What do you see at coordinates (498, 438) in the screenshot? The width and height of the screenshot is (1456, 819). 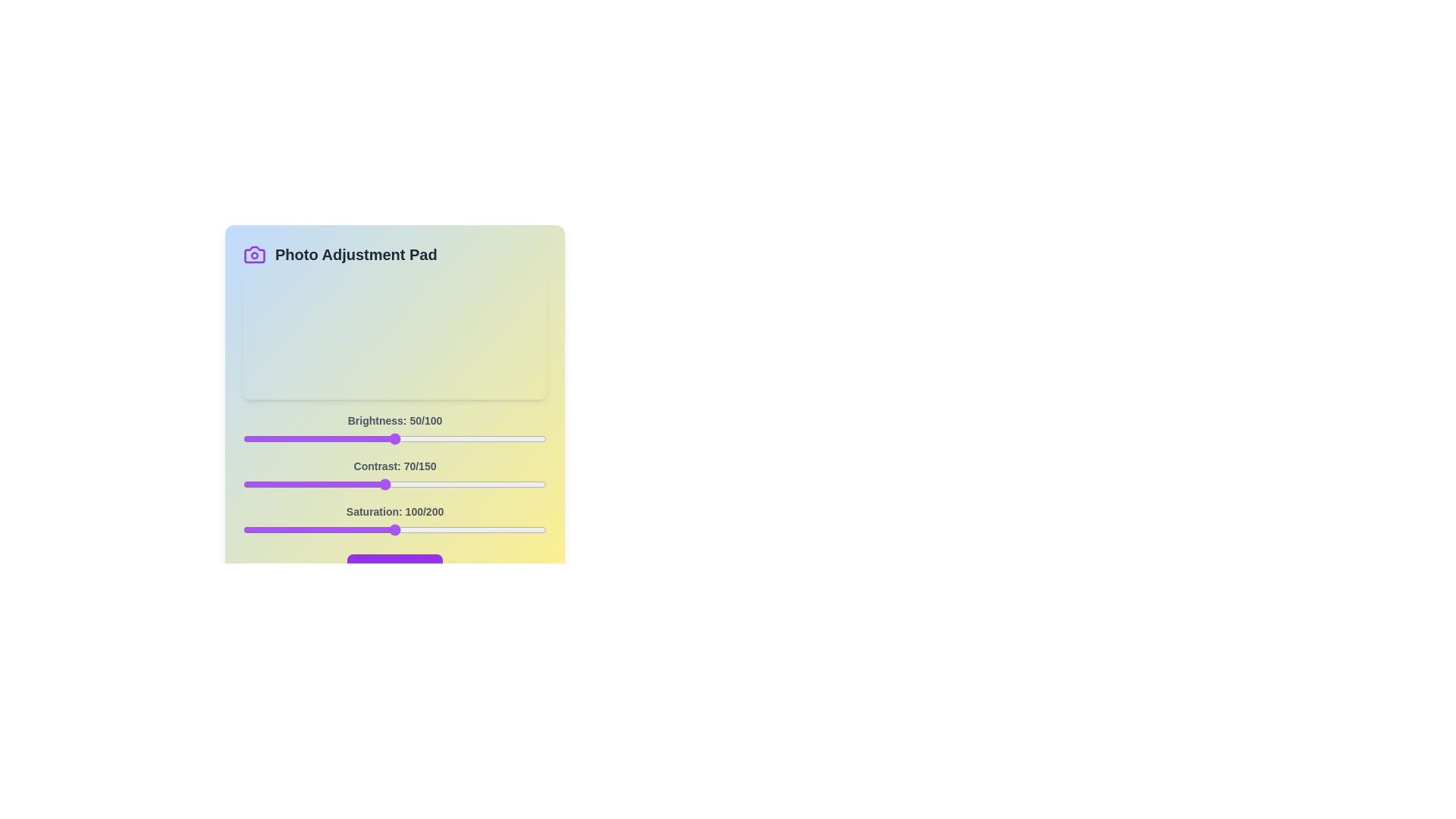 I see `the 0 slider to 84` at bounding box center [498, 438].